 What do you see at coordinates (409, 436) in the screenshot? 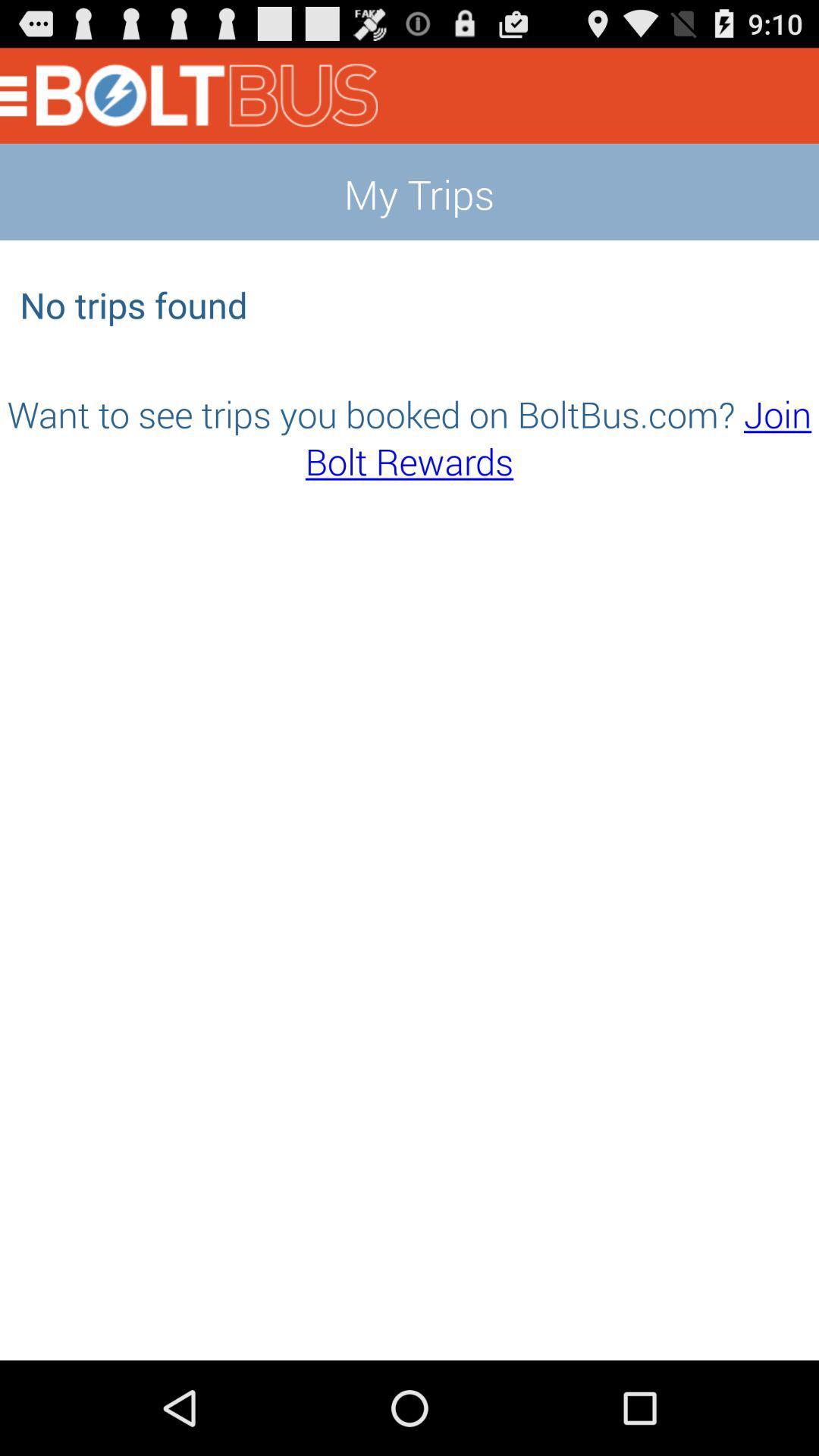
I see `the item below the no trips found app` at bounding box center [409, 436].